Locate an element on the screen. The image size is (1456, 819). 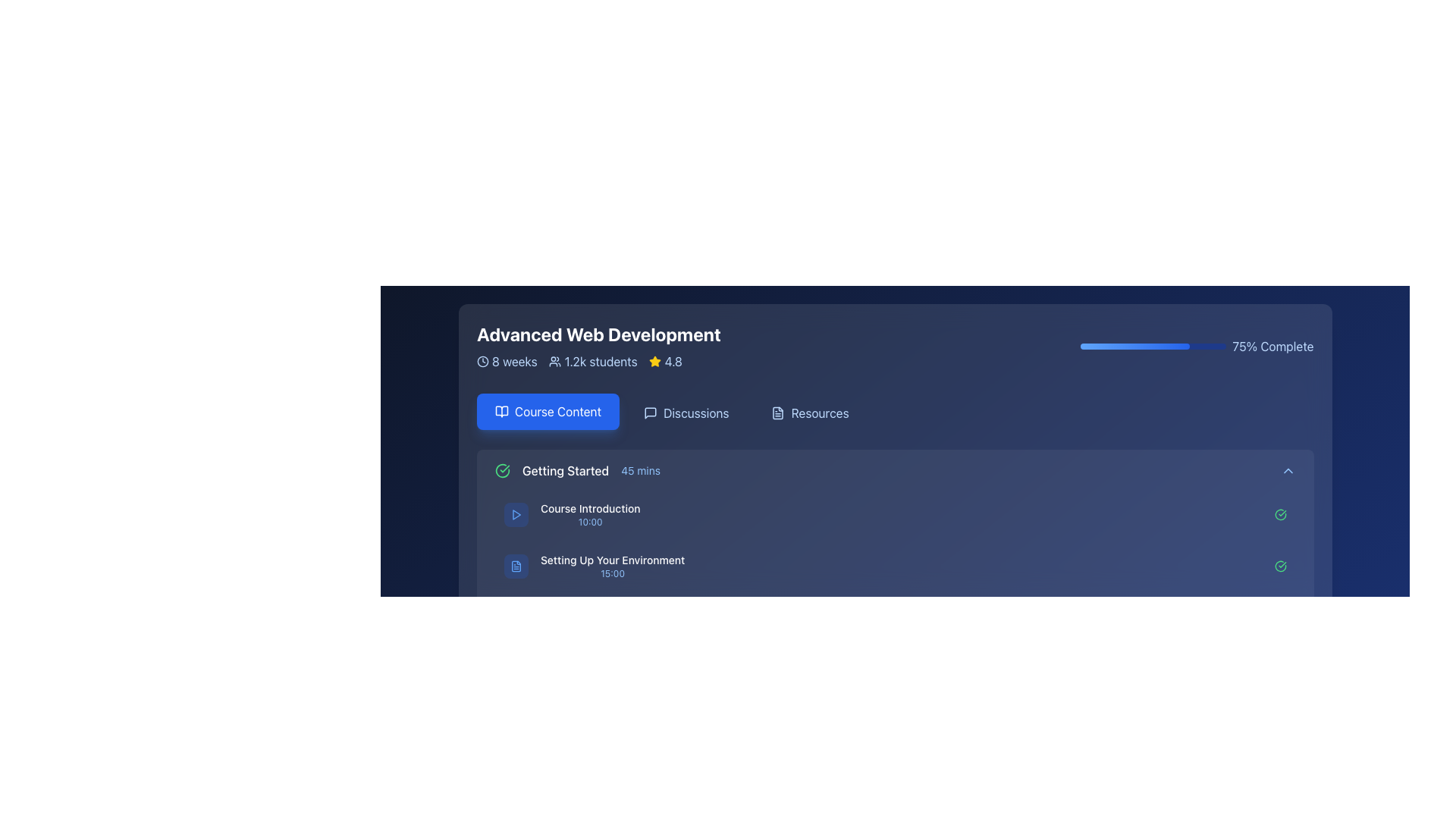
the 'Course Introduction' module entry, which includes a play icon and the time '10:00', located is located at coordinates (571, 513).